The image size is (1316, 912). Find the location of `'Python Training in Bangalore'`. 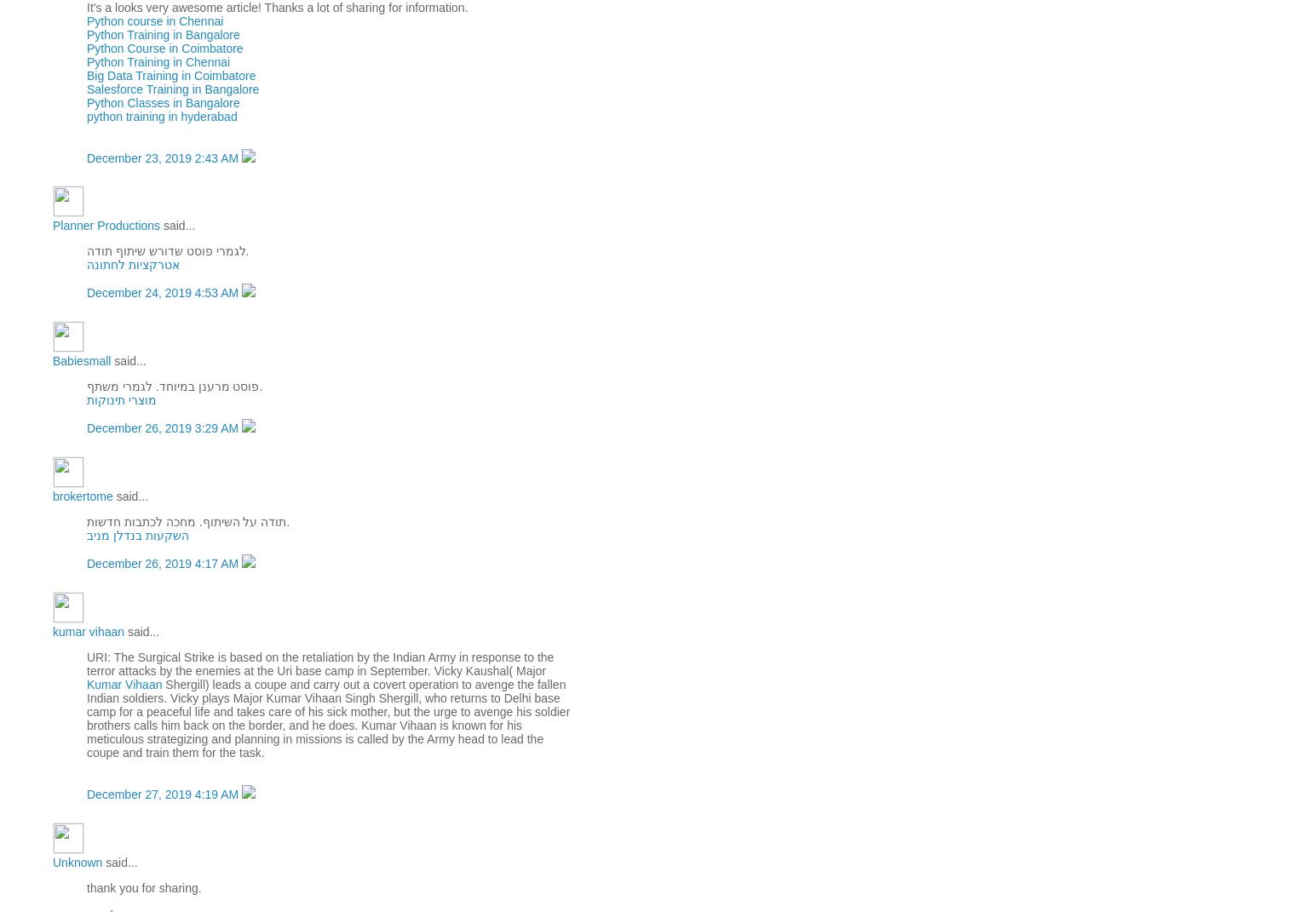

'Python Training in Bangalore' is located at coordinates (85, 32).